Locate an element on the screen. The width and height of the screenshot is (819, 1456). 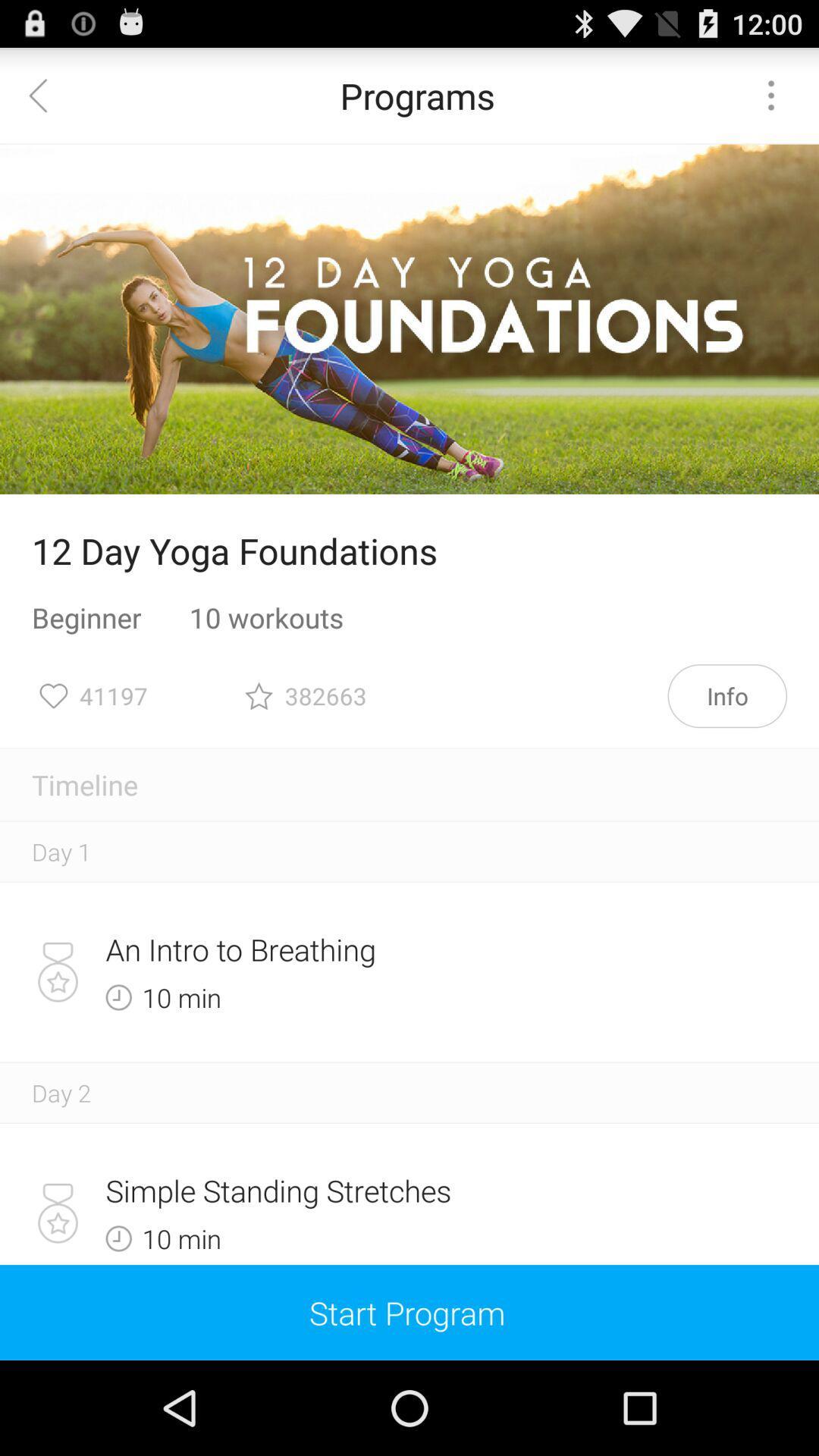
the info item is located at coordinates (726, 695).